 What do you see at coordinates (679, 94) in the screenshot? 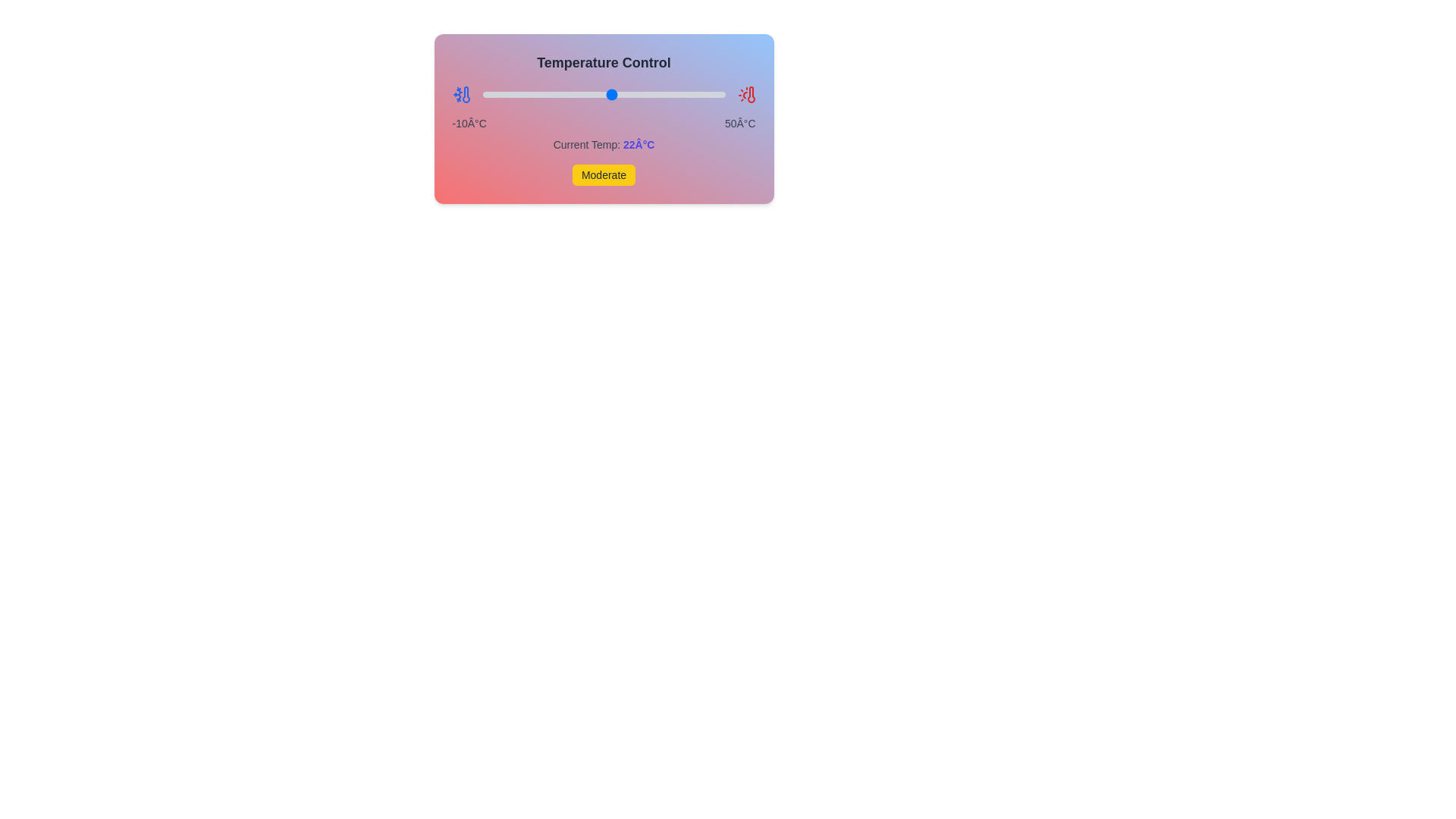
I see `the temperature slider to 39°C` at bounding box center [679, 94].